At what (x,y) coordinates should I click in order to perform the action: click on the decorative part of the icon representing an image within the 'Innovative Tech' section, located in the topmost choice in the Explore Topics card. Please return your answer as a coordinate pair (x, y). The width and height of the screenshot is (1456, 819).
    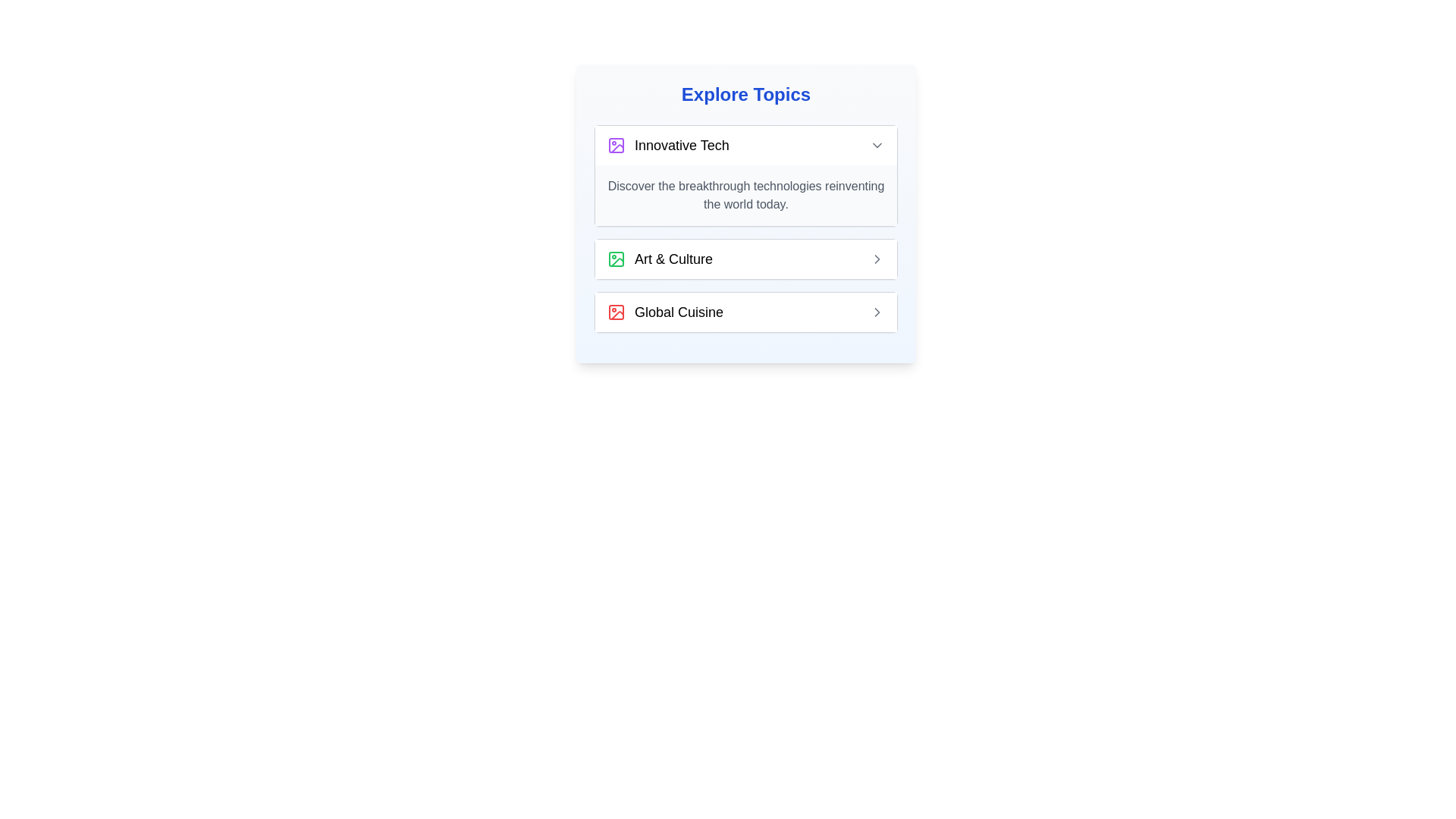
    Looking at the image, I should click on (617, 149).